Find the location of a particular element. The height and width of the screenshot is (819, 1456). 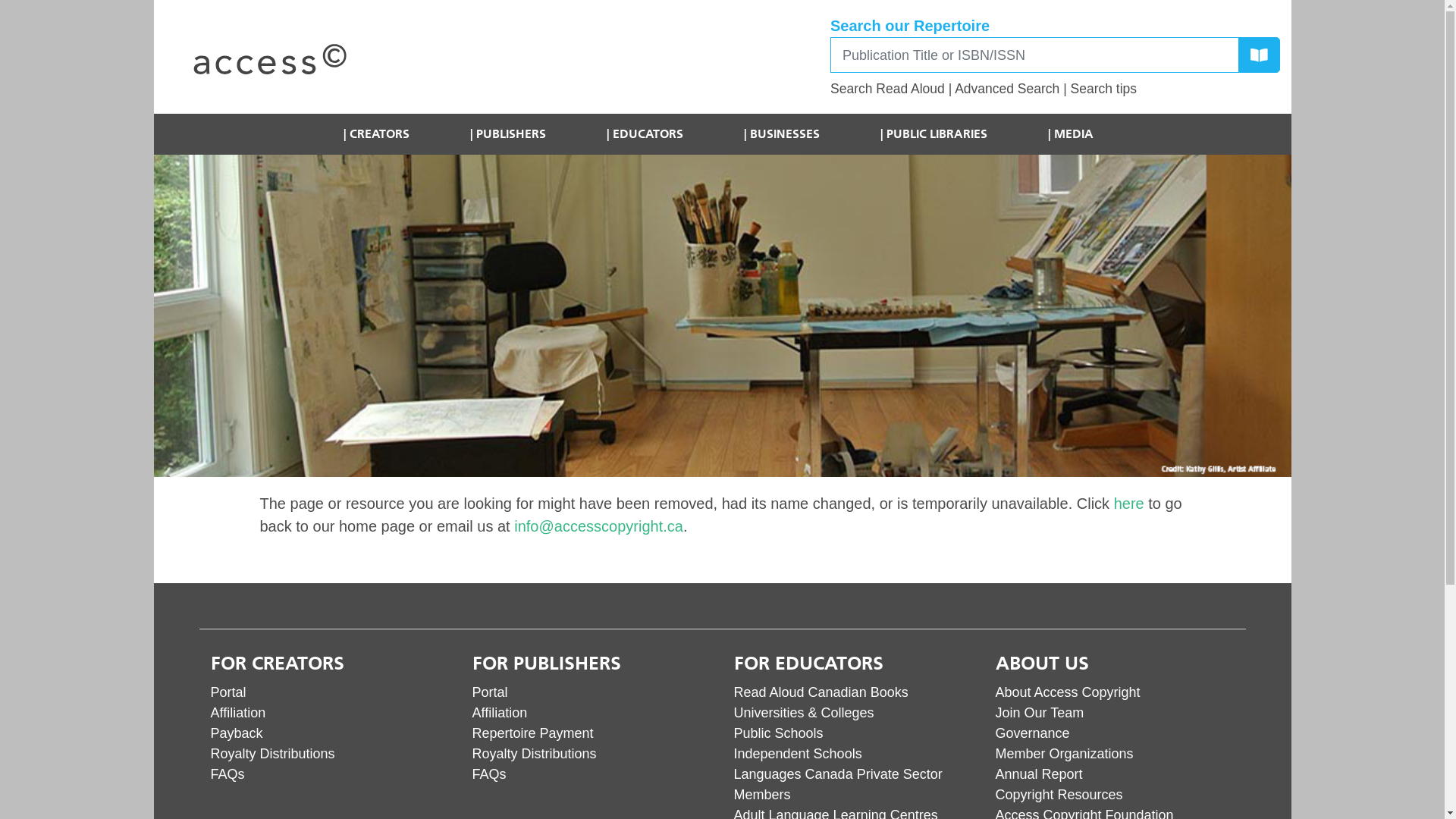

'Portal' is located at coordinates (227, 692).